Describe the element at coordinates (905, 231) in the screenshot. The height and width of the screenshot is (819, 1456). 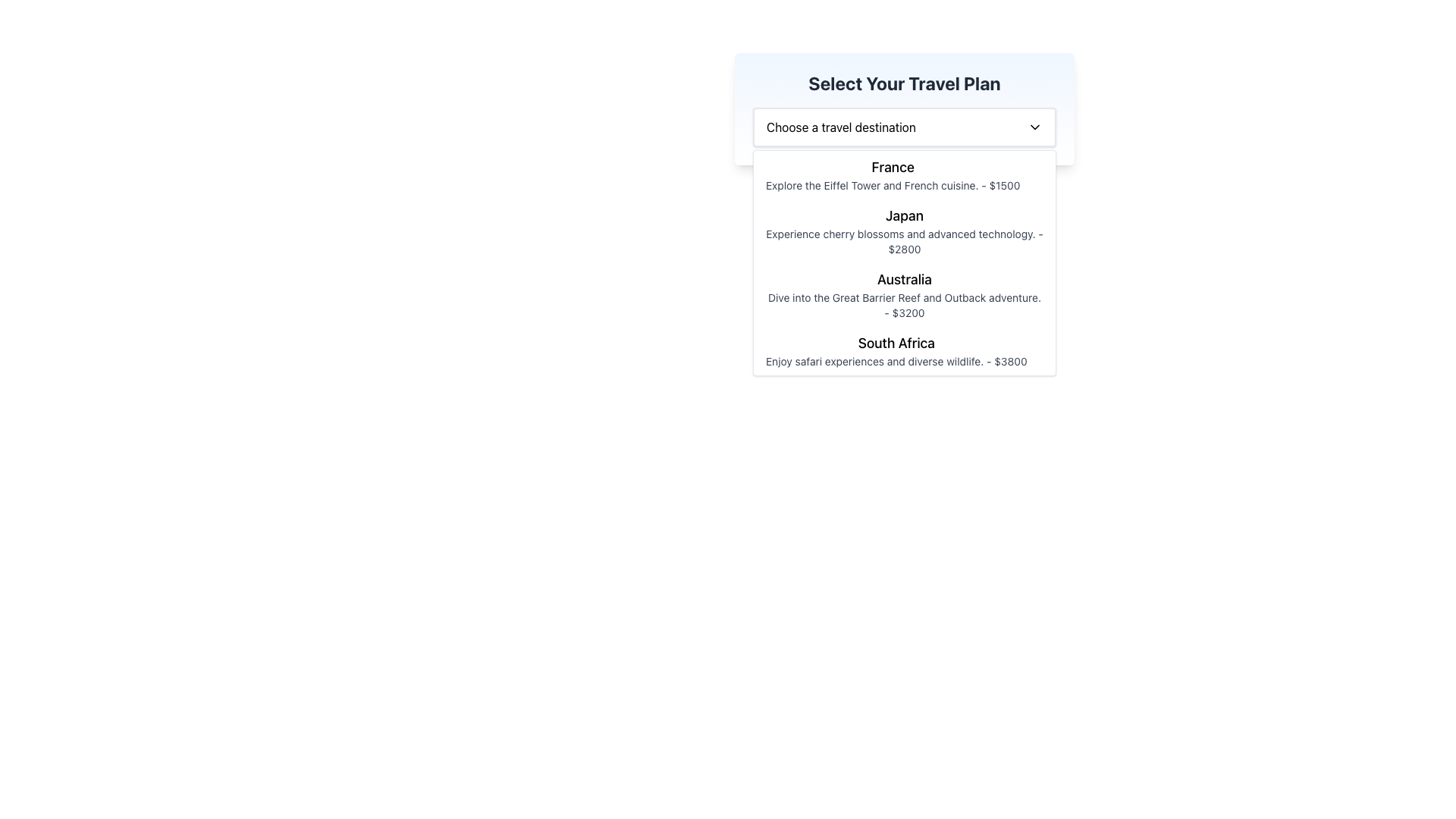
I see `the static text block displaying 'Japan' with a description about cherry blossoms and technology, located in a dropdown menu interface` at that location.